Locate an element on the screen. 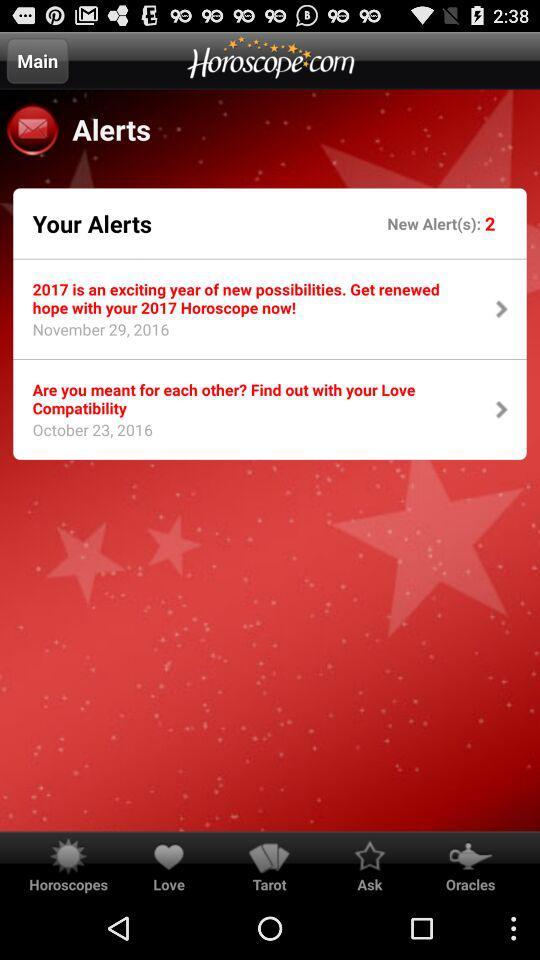  the item above are you meant is located at coordinates (93, 335).